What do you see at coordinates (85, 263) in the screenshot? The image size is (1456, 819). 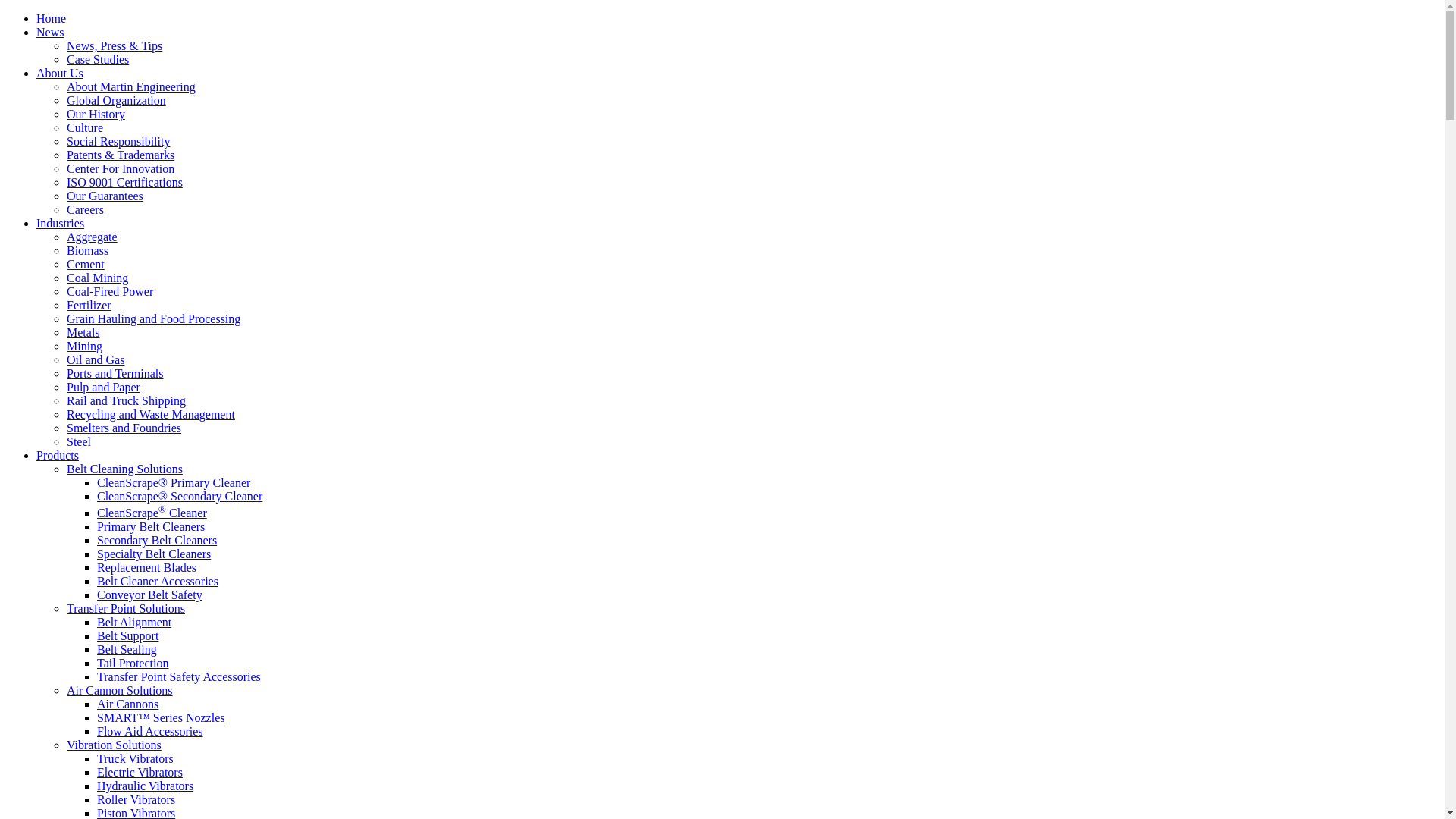 I see `'Cement'` at bounding box center [85, 263].